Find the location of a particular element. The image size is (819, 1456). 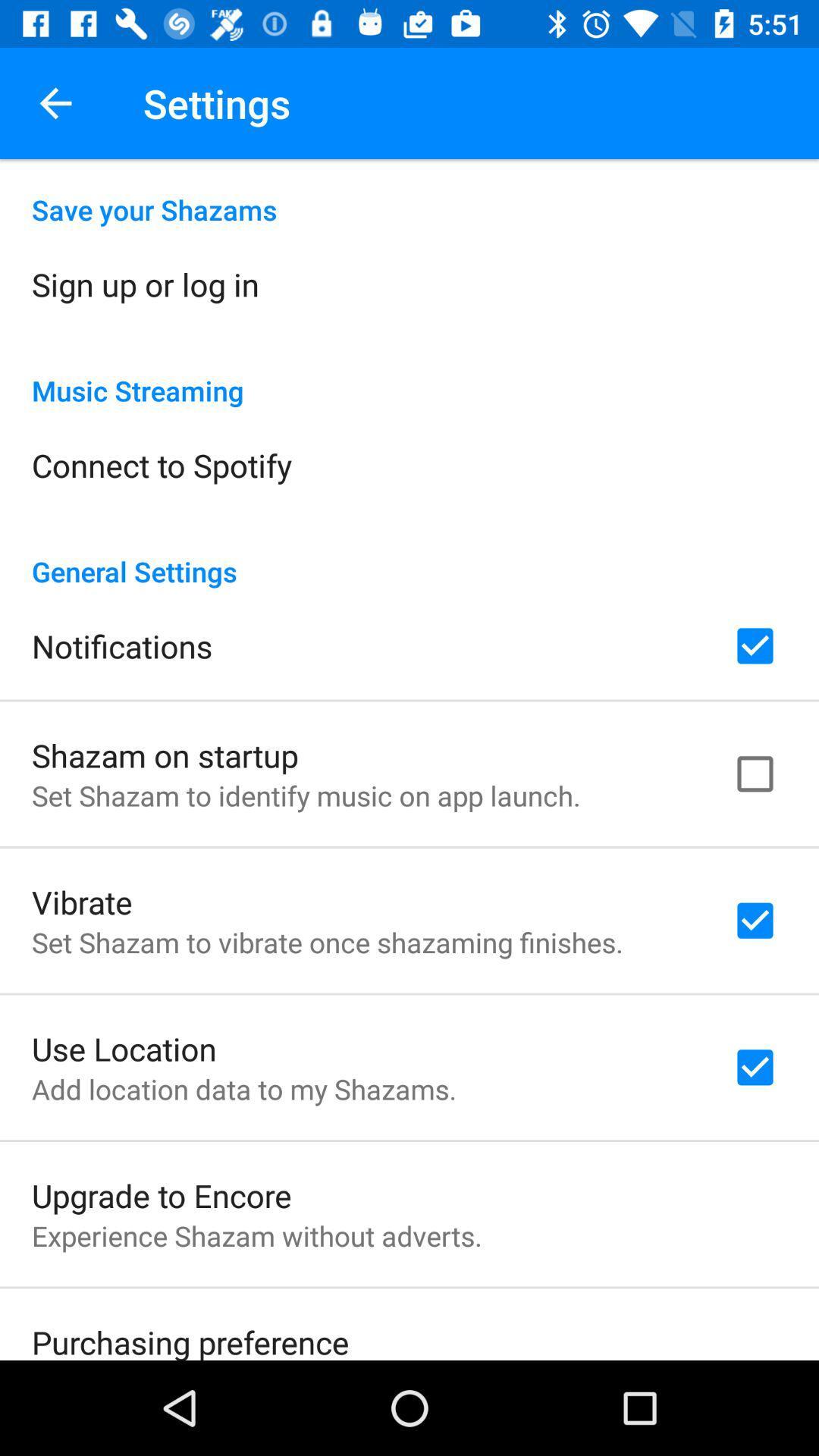

item above add location data is located at coordinates (123, 1047).